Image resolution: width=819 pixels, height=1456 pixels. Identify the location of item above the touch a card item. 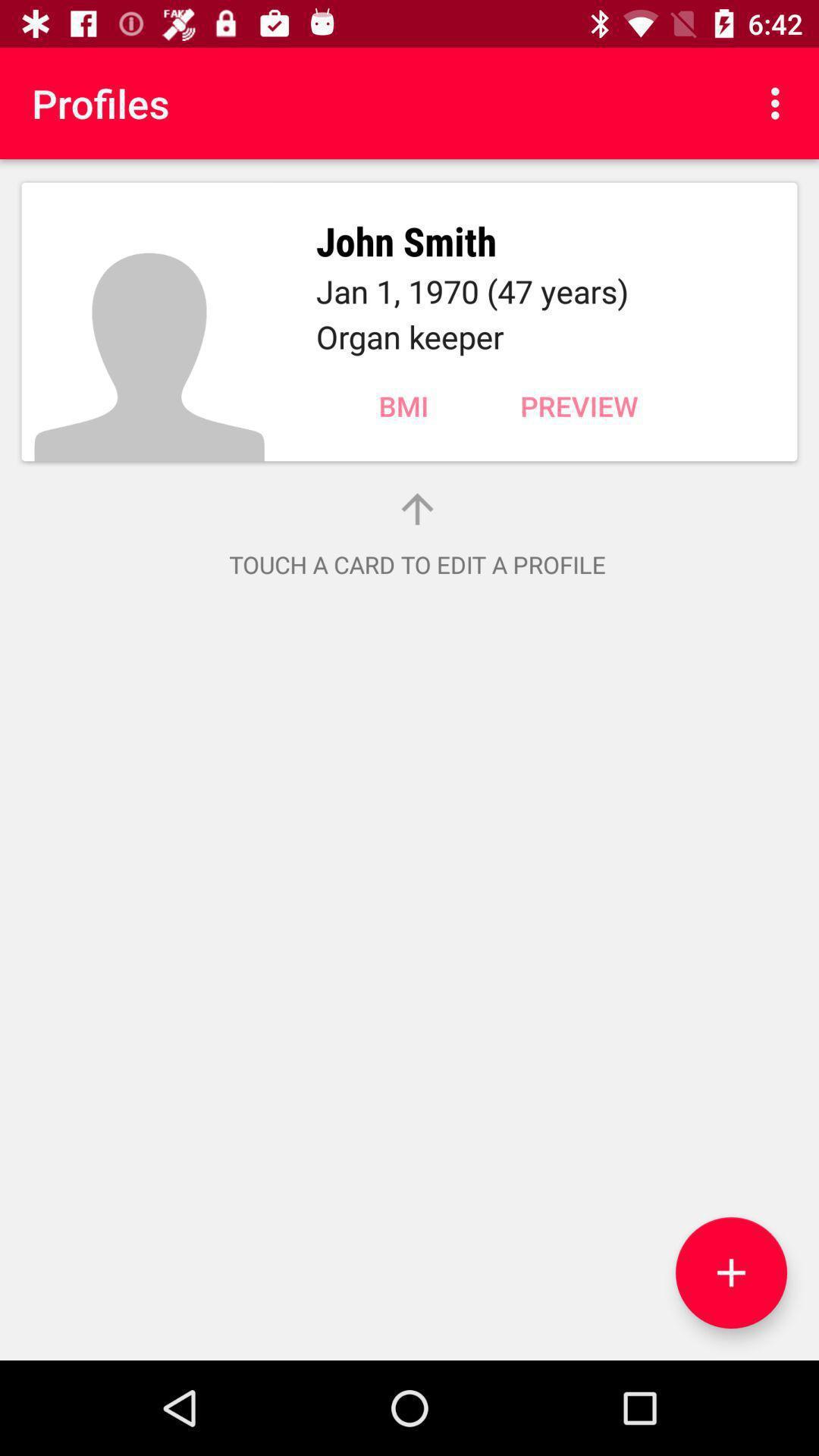
(579, 406).